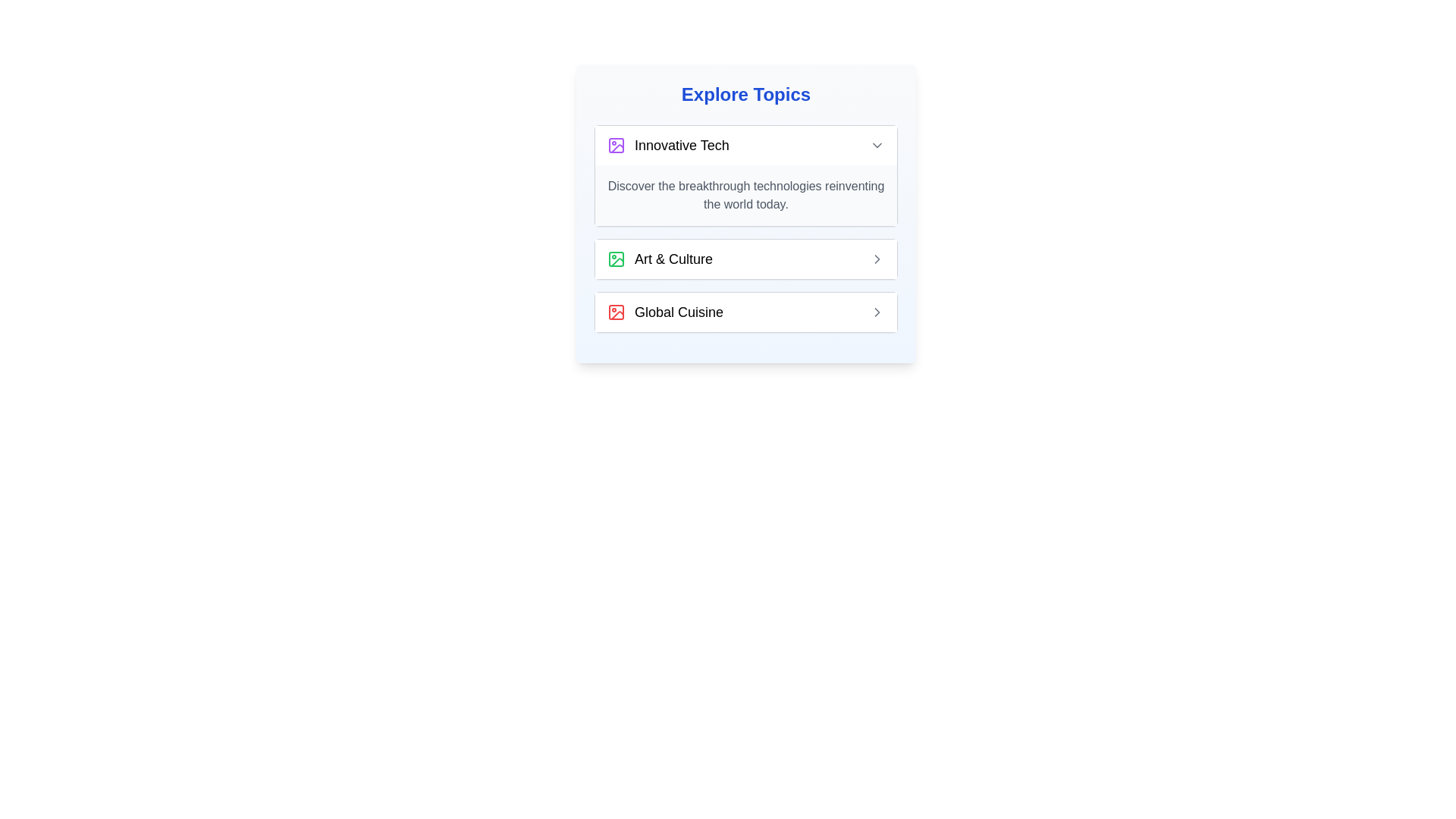 The height and width of the screenshot is (819, 1456). What do you see at coordinates (681, 146) in the screenshot?
I see `the text label 'Innovative Tech' which is displayed in plain black font, located to the right of a purple icon within the 'Explore Topics' section` at bounding box center [681, 146].